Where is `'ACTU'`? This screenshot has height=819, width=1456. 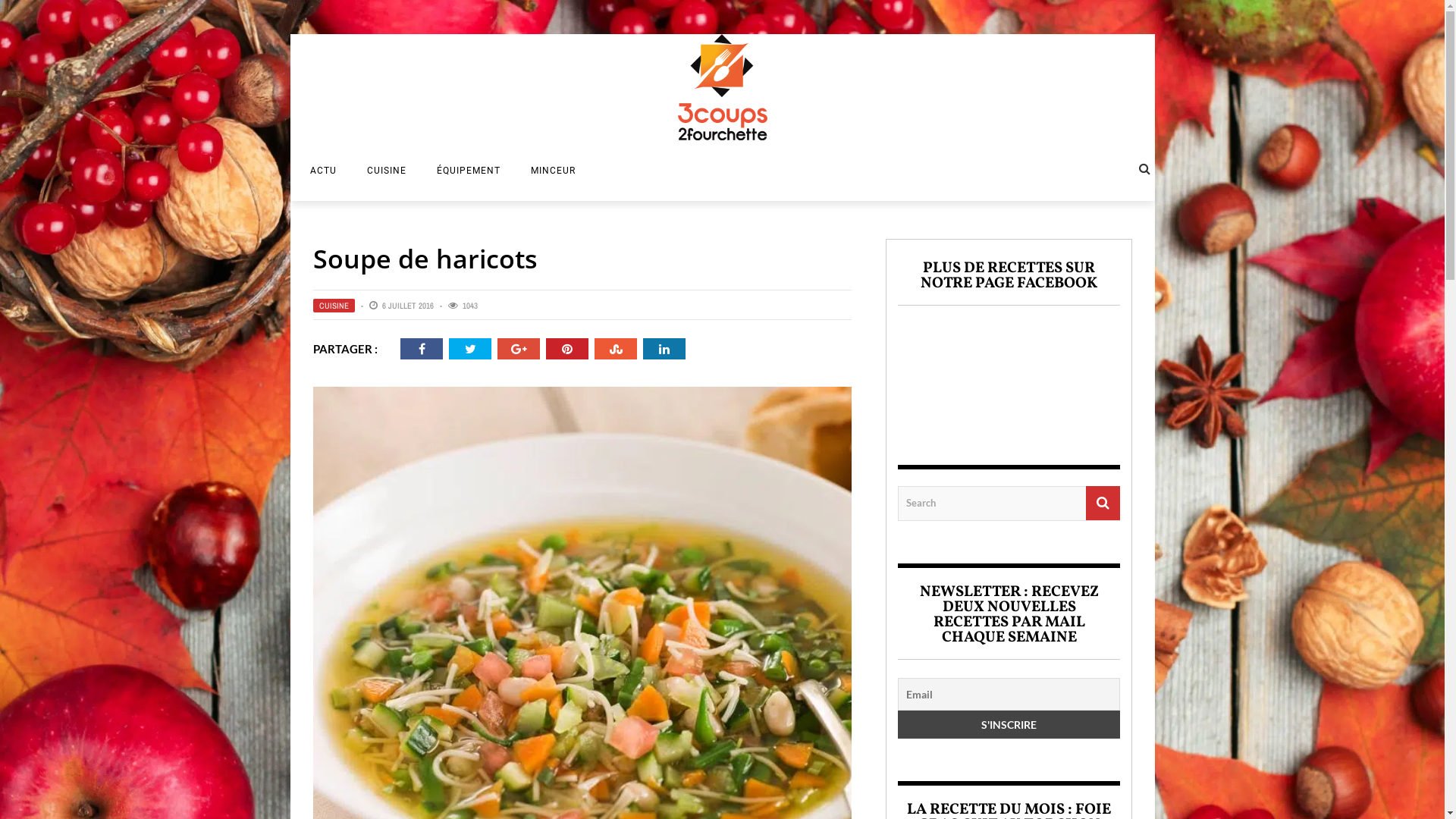
'ACTU' is located at coordinates (294, 170).